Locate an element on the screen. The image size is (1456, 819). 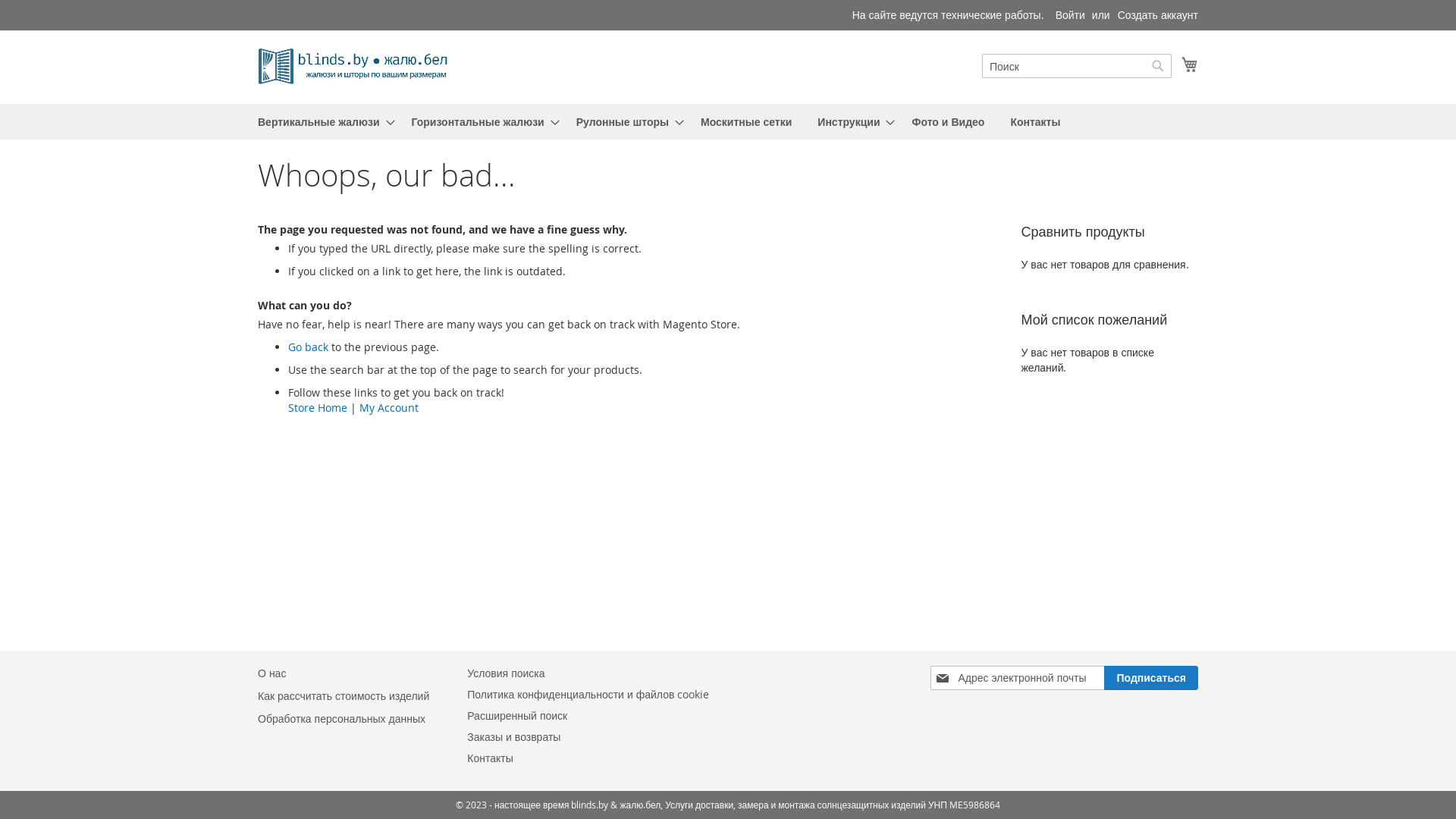
'Store Home' is located at coordinates (316, 406).